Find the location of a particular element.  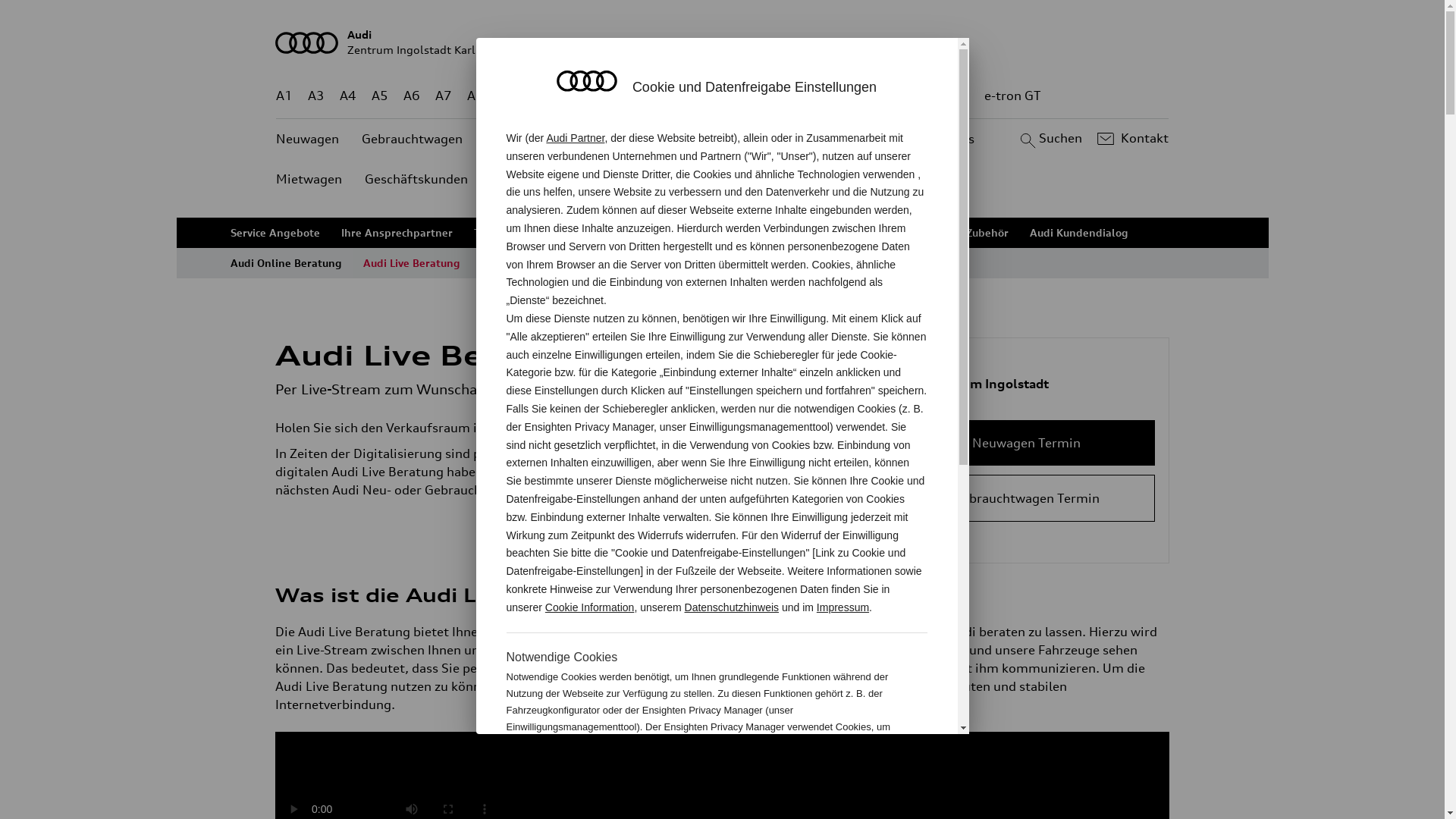

'Impressum' is located at coordinates (842, 607).